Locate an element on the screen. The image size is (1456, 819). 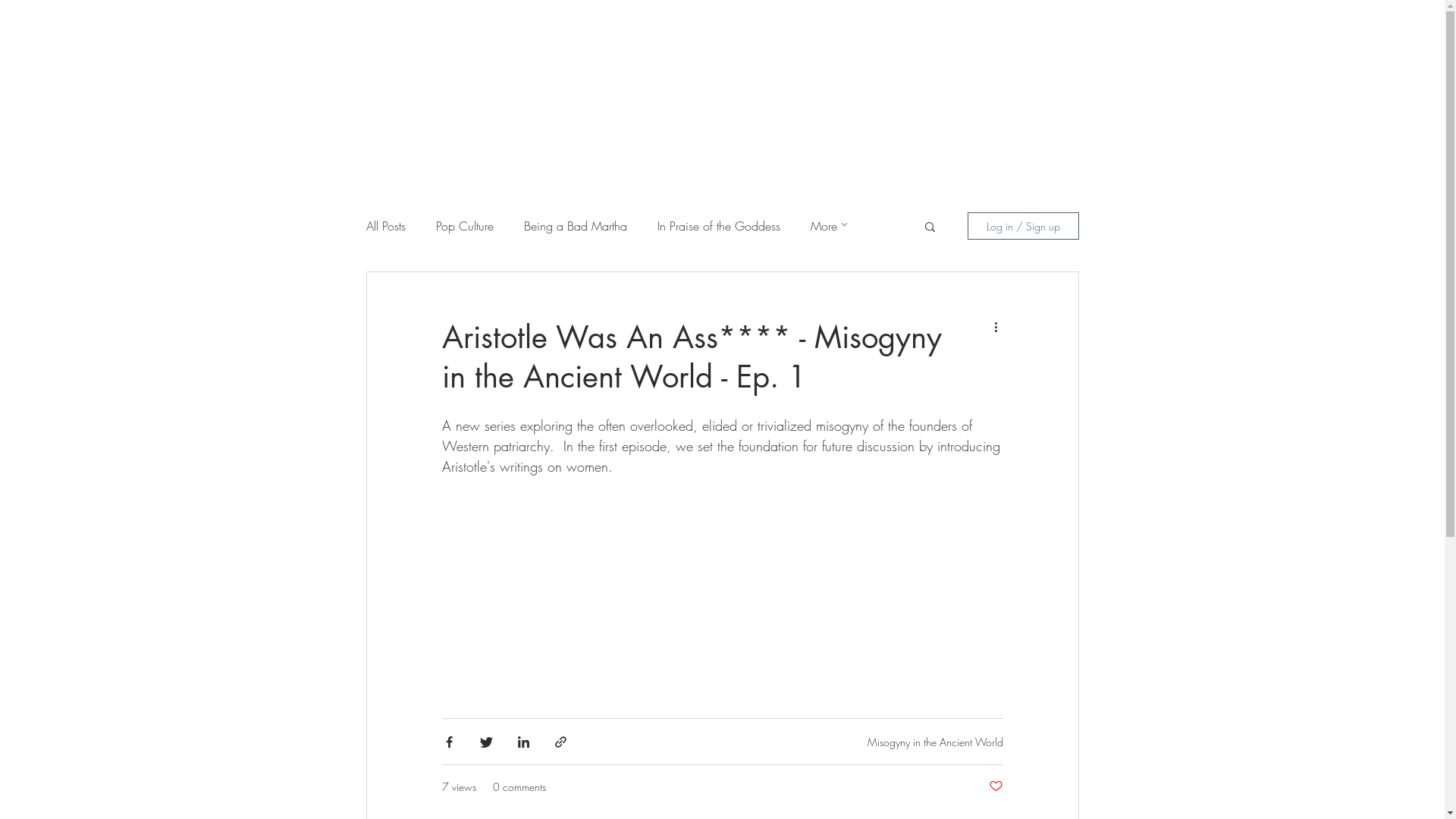
'Pop Culture' is located at coordinates (463, 225).